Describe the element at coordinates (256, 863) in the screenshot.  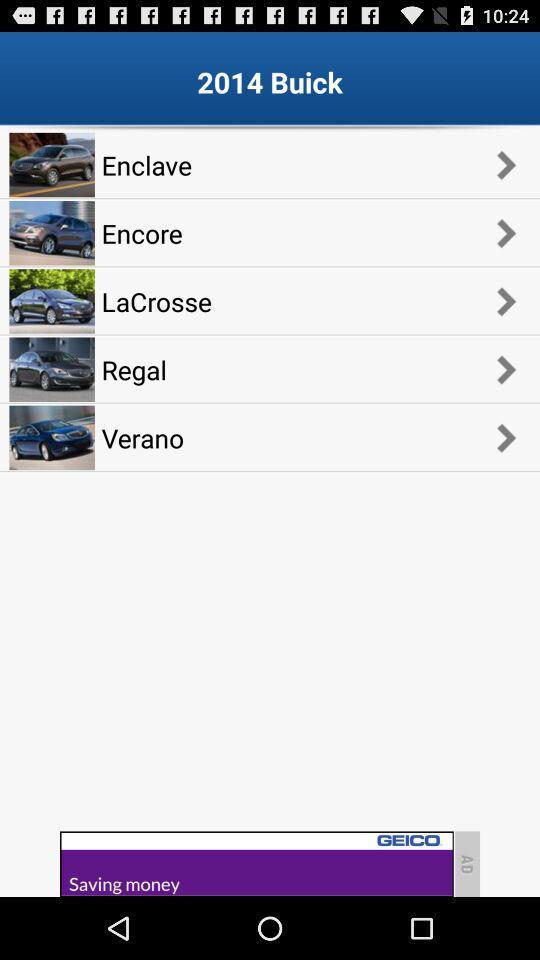
I see `advertisement` at that location.